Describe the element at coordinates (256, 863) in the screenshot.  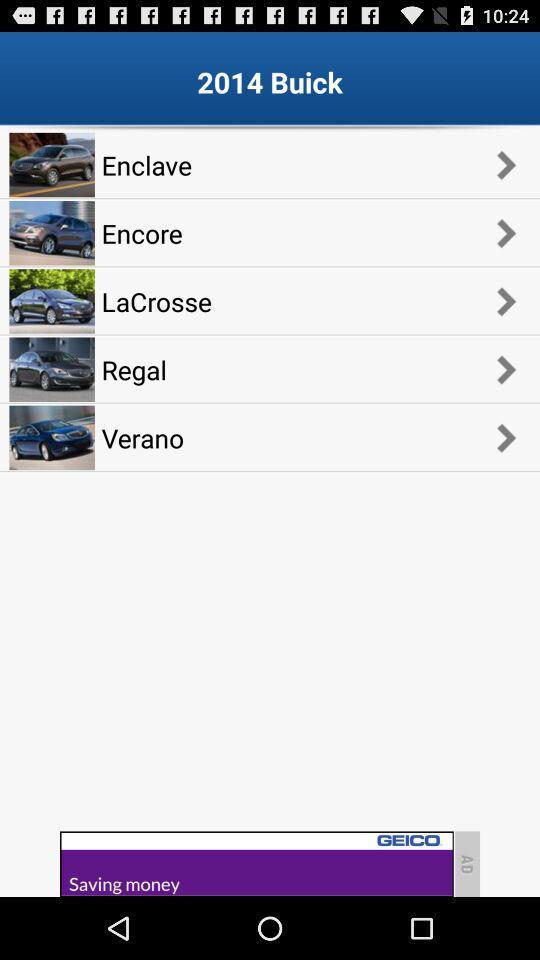
I see `advertisement` at that location.